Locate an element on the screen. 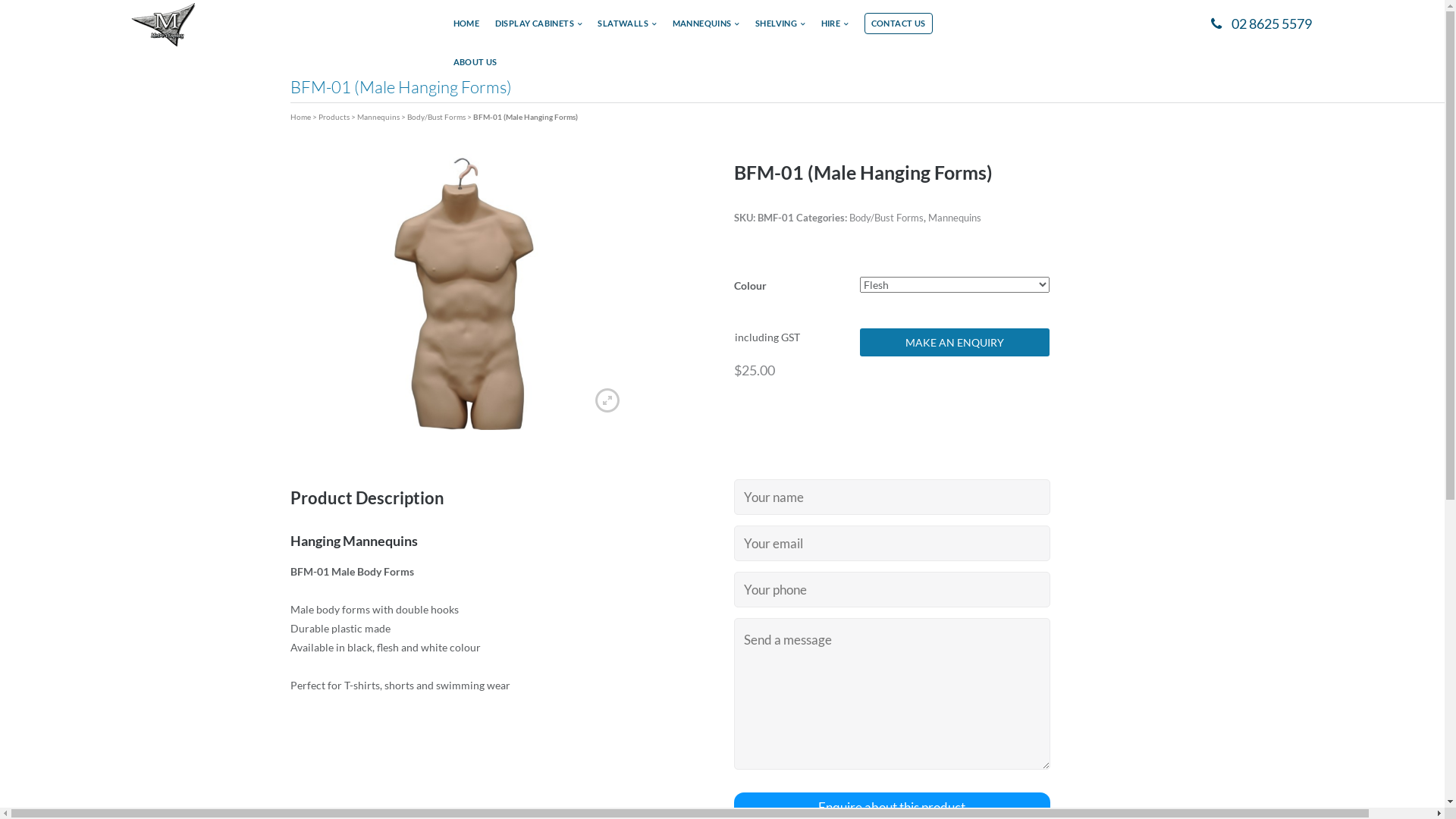 This screenshot has width=1456, height=819. 'Home' is located at coordinates (300, 116).